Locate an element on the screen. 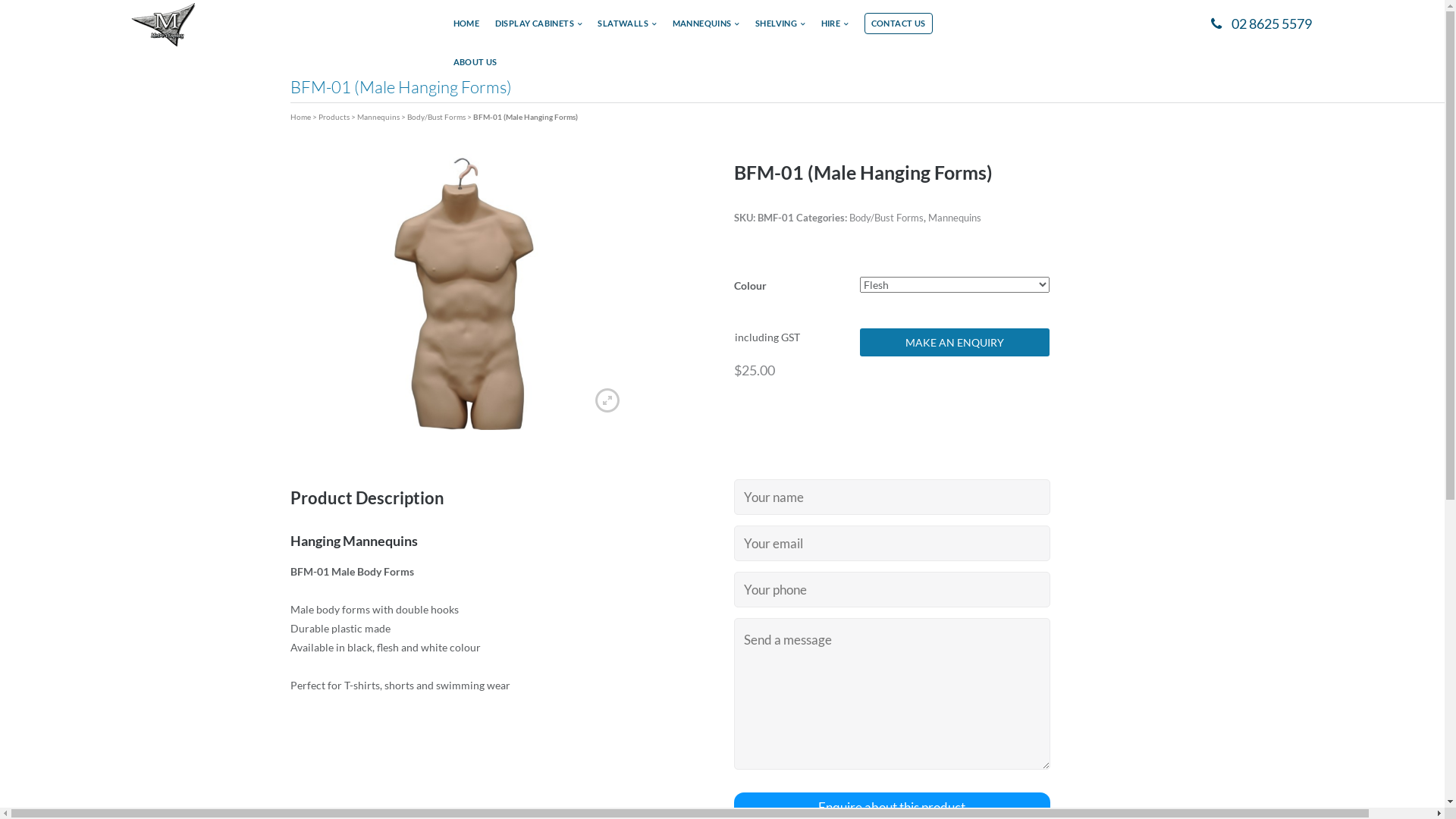 This screenshot has width=1456, height=819. 'Home' is located at coordinates (300, 116).